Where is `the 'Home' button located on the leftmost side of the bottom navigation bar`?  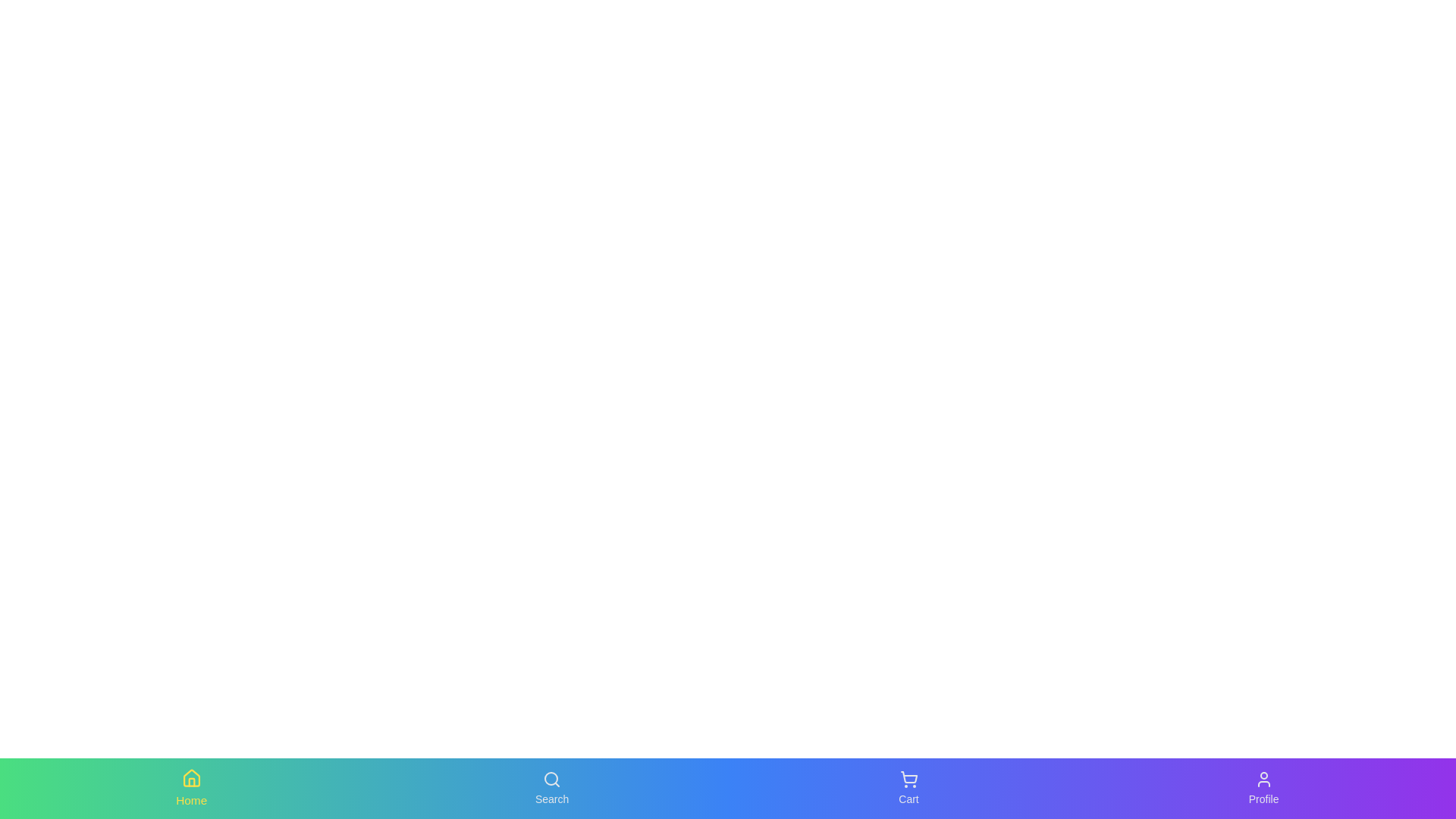 the 'Home' button located on the leftmost side of the bottom navigation bar is located at coordinates (190, 788).